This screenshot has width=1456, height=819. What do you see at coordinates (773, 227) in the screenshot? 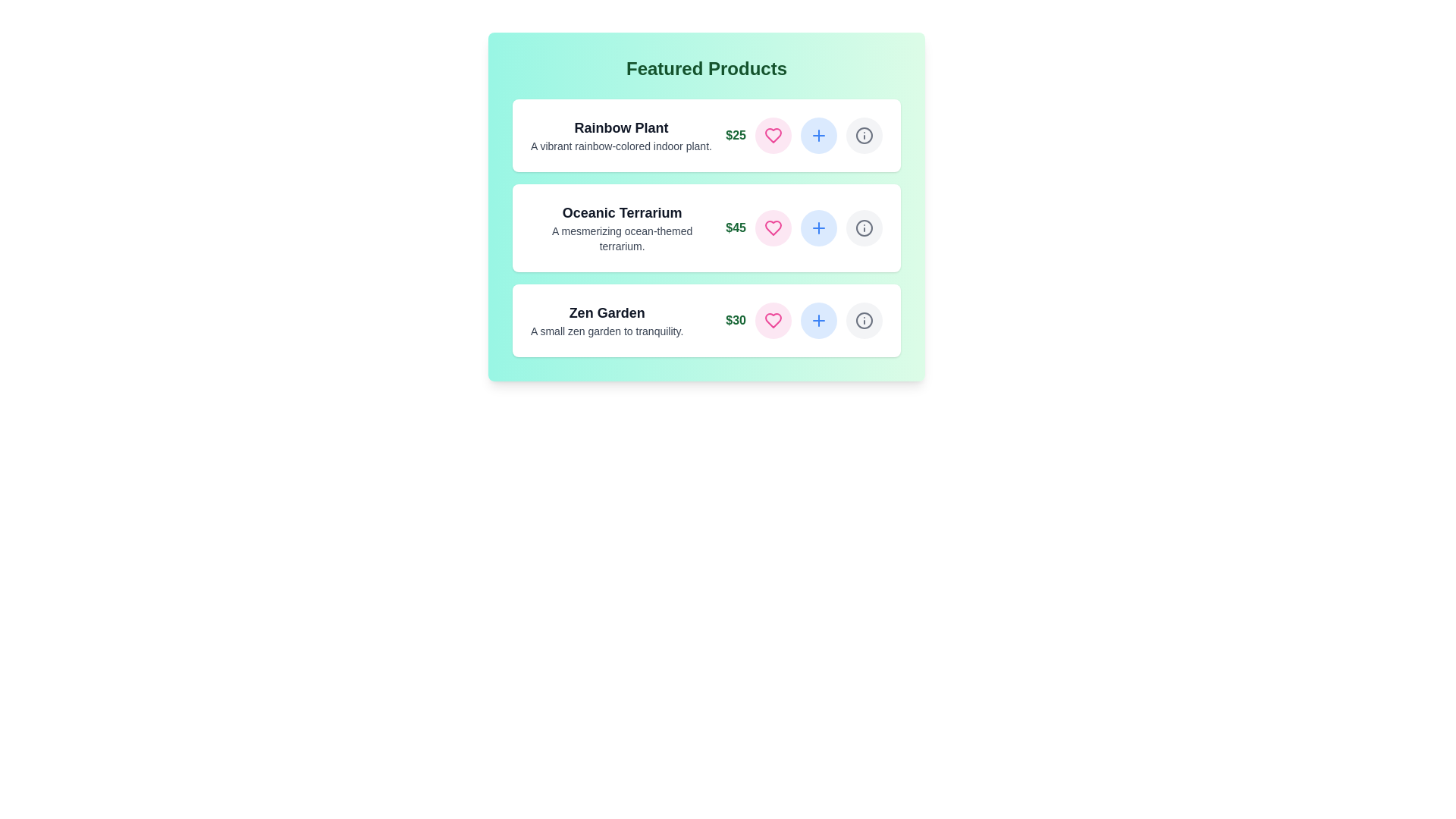
I see `heart button to favorite the product Oceanic Terrarium` at bounding box center [773, 227].